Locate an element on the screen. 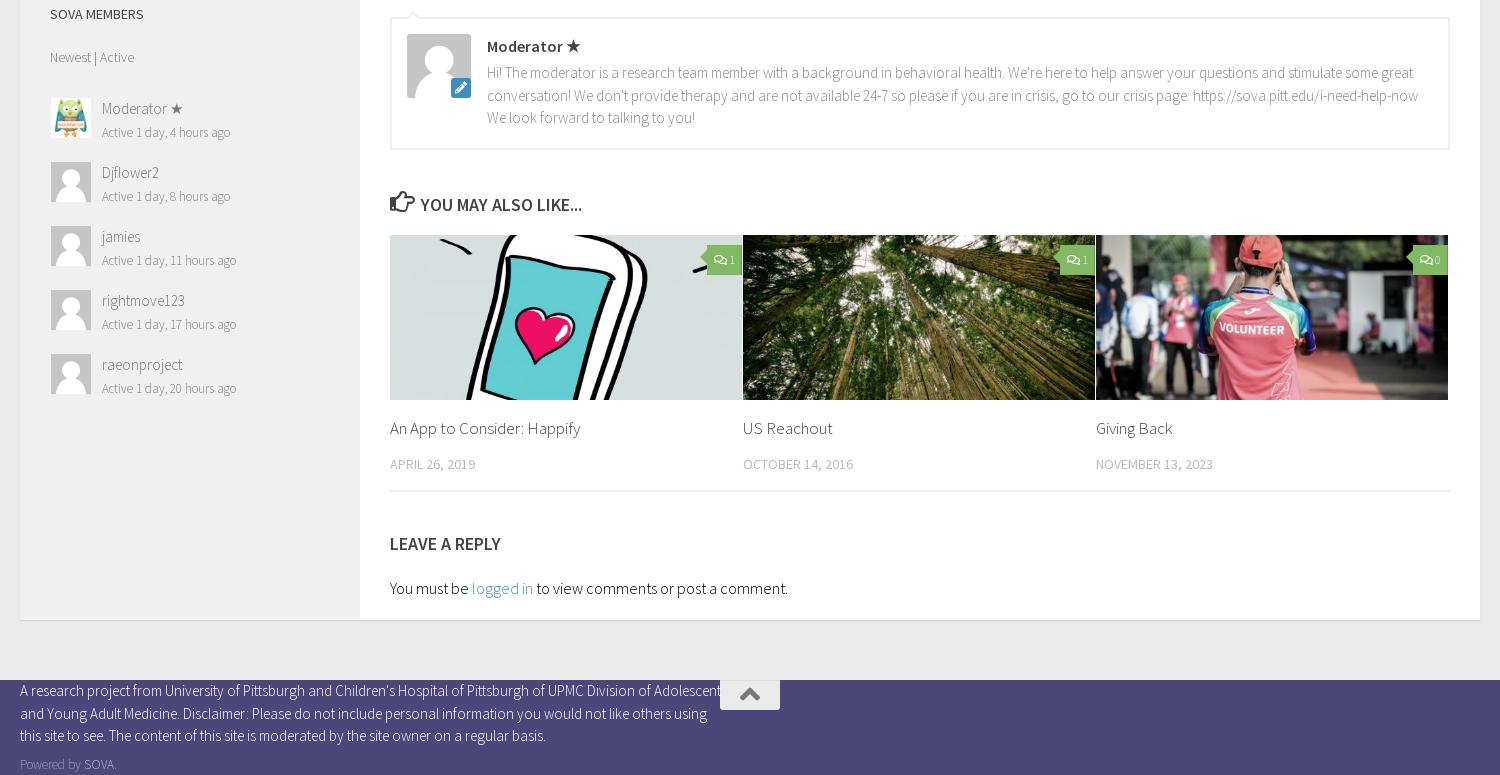 The width and height of the screenshot is (1500, 775). '.' is located at coordinates (114, 763).